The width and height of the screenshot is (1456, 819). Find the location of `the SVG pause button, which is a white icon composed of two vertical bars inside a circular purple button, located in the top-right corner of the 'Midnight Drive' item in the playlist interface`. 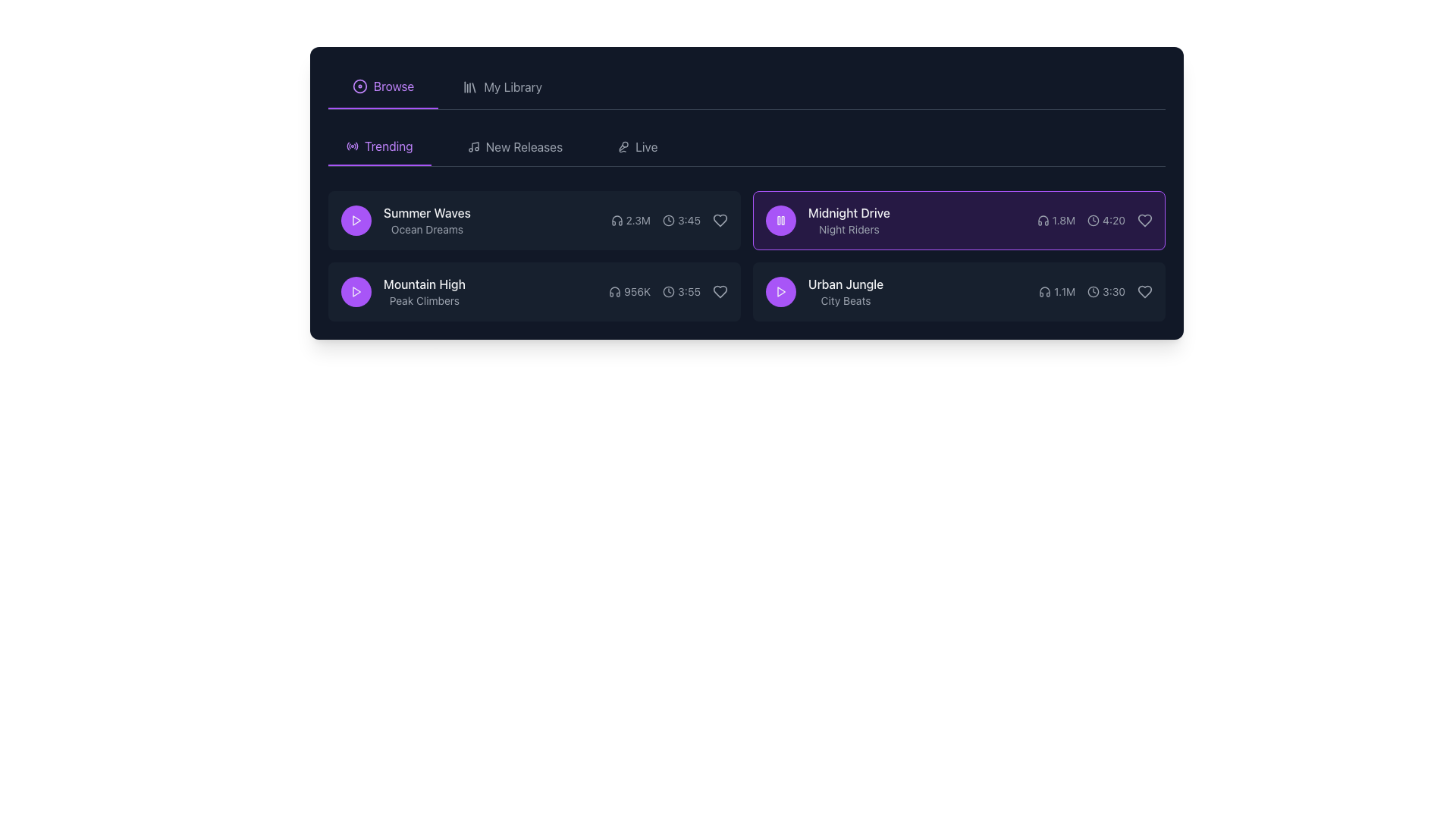

the SVG pause button, which is a white icon composed of two vertical bars inside a circular purple button, located in the top-right corner of the 'Midnight Drive' item in the playlist interface is located at coordinates (781, 220).